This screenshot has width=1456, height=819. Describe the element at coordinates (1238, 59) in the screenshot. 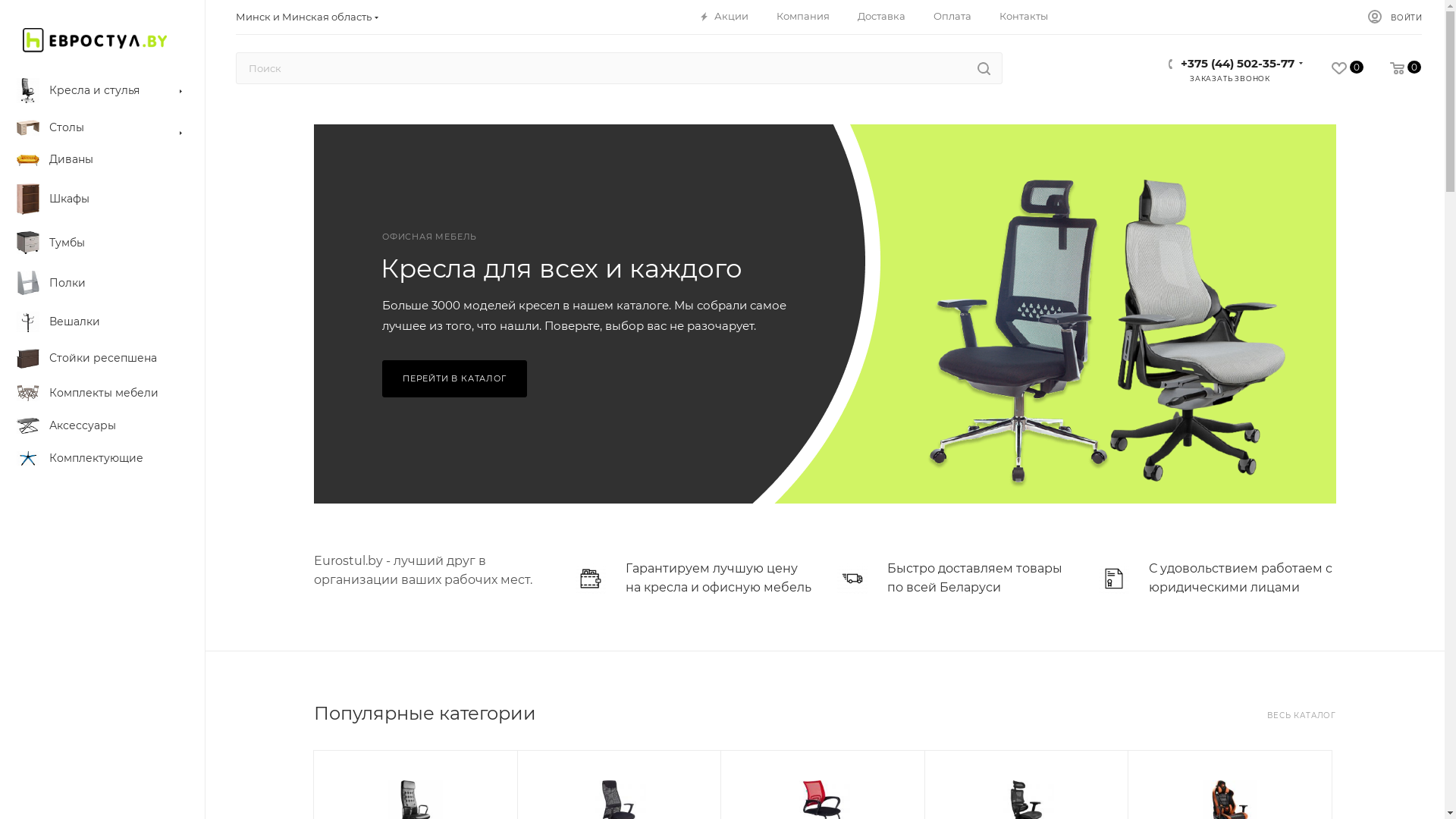

I see `'+375 (44) 502-35-77'` at that location.